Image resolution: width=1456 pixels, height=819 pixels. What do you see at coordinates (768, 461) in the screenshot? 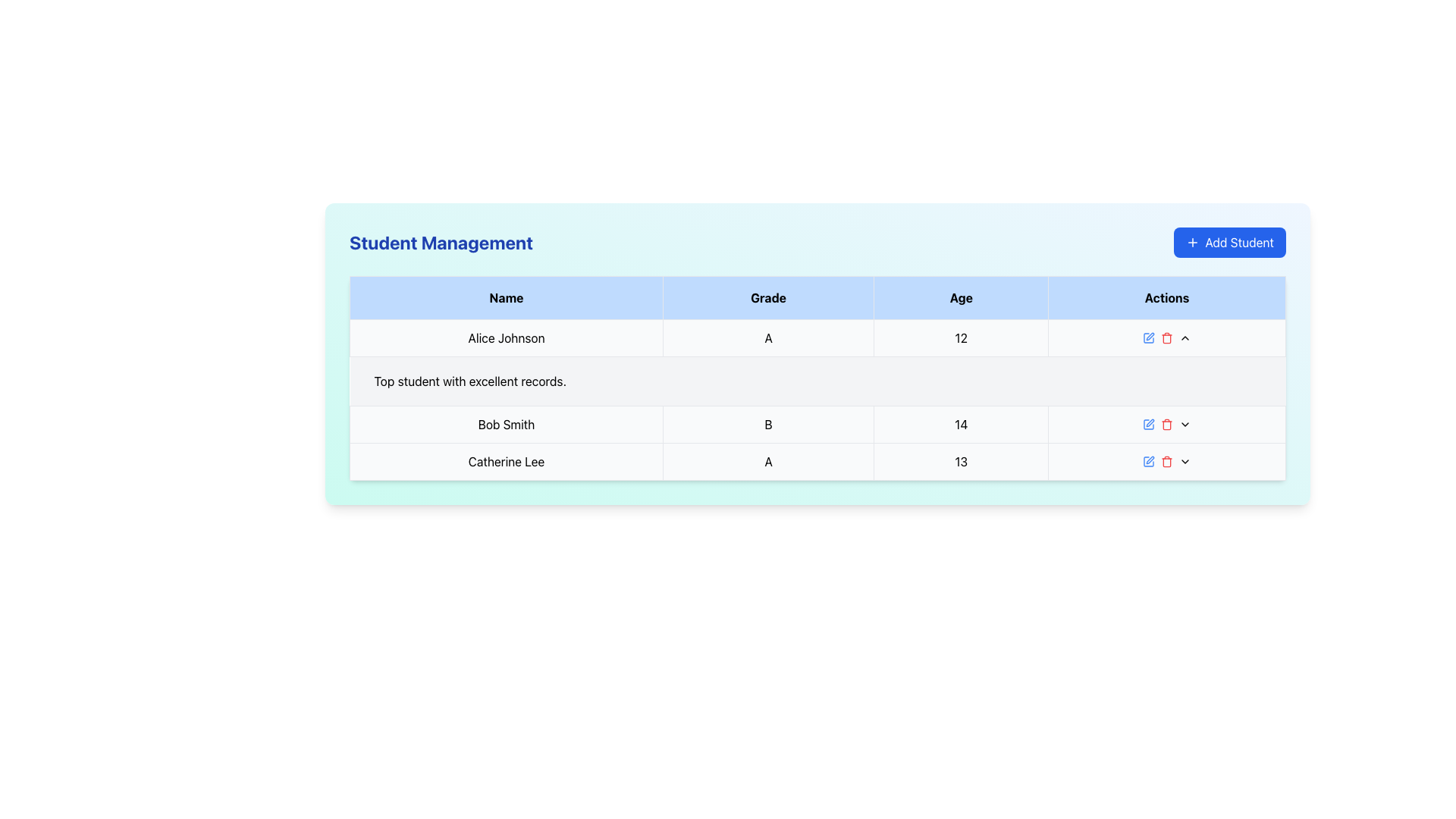
I see `the Table Cell displaying the character 'A' in the 'Grade' column of the last row for 'Catherine Lee'` at bounding box center [768, 461].